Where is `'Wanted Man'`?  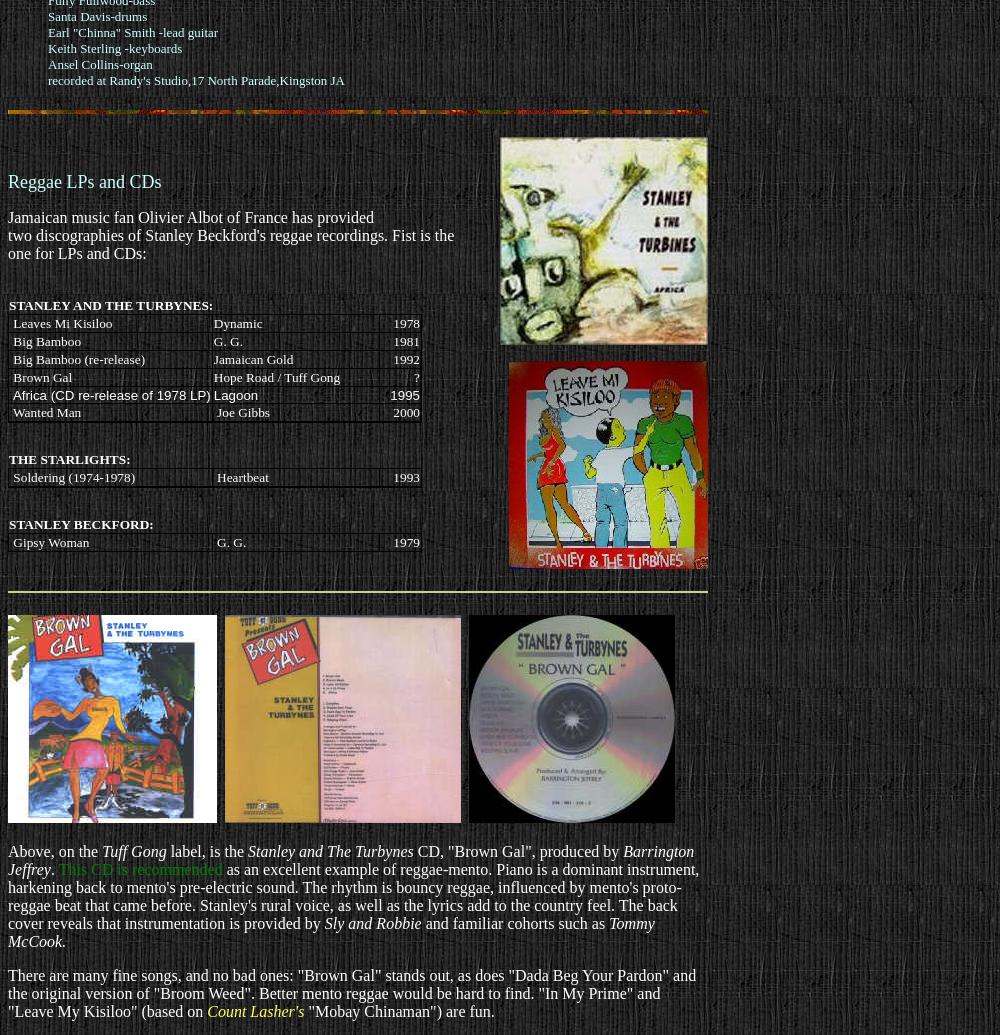 'Wanted Man' is located at coordinates (45, 411).